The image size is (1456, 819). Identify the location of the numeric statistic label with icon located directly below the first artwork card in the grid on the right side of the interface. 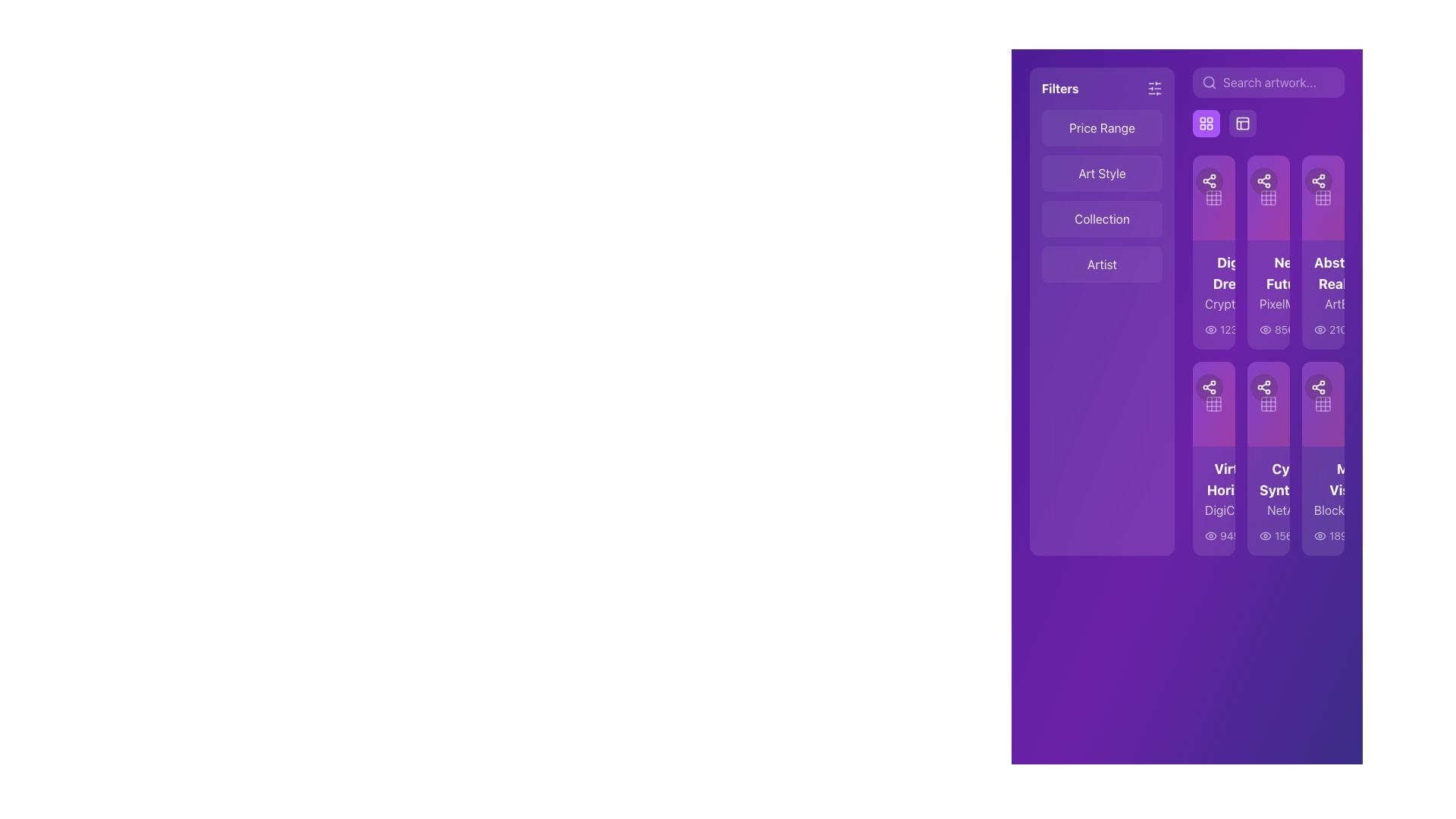
(1225, 329).